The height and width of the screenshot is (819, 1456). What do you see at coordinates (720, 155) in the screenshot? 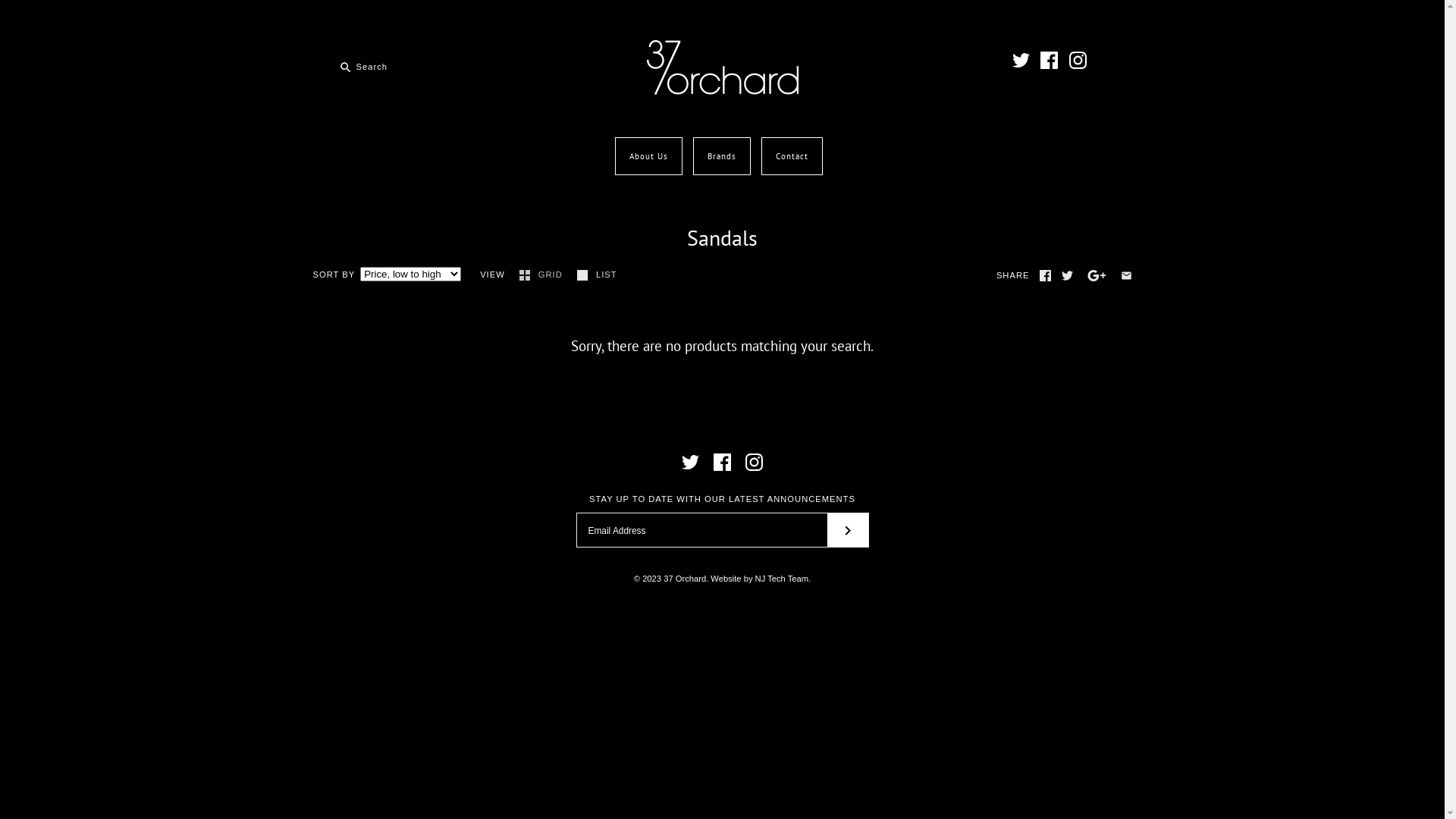
I see `'Brands'` at bounding box center [720, 155].